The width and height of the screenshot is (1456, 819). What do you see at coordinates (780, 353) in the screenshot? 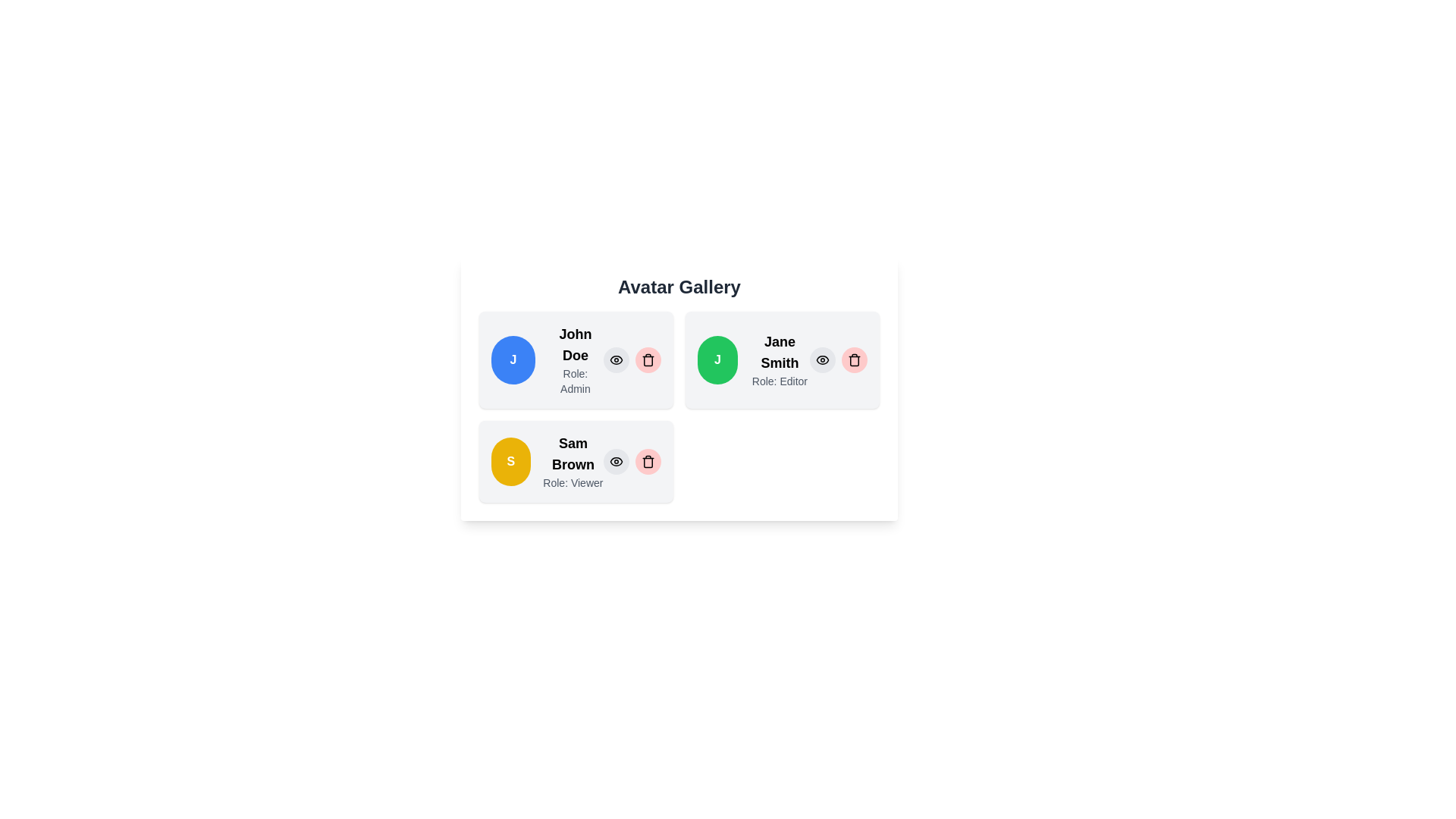
I see `the text label displaying 'Jane Smith', which is styled in a larger bold font and located in the top-right section of the interface` at bounding box center [780, 353].